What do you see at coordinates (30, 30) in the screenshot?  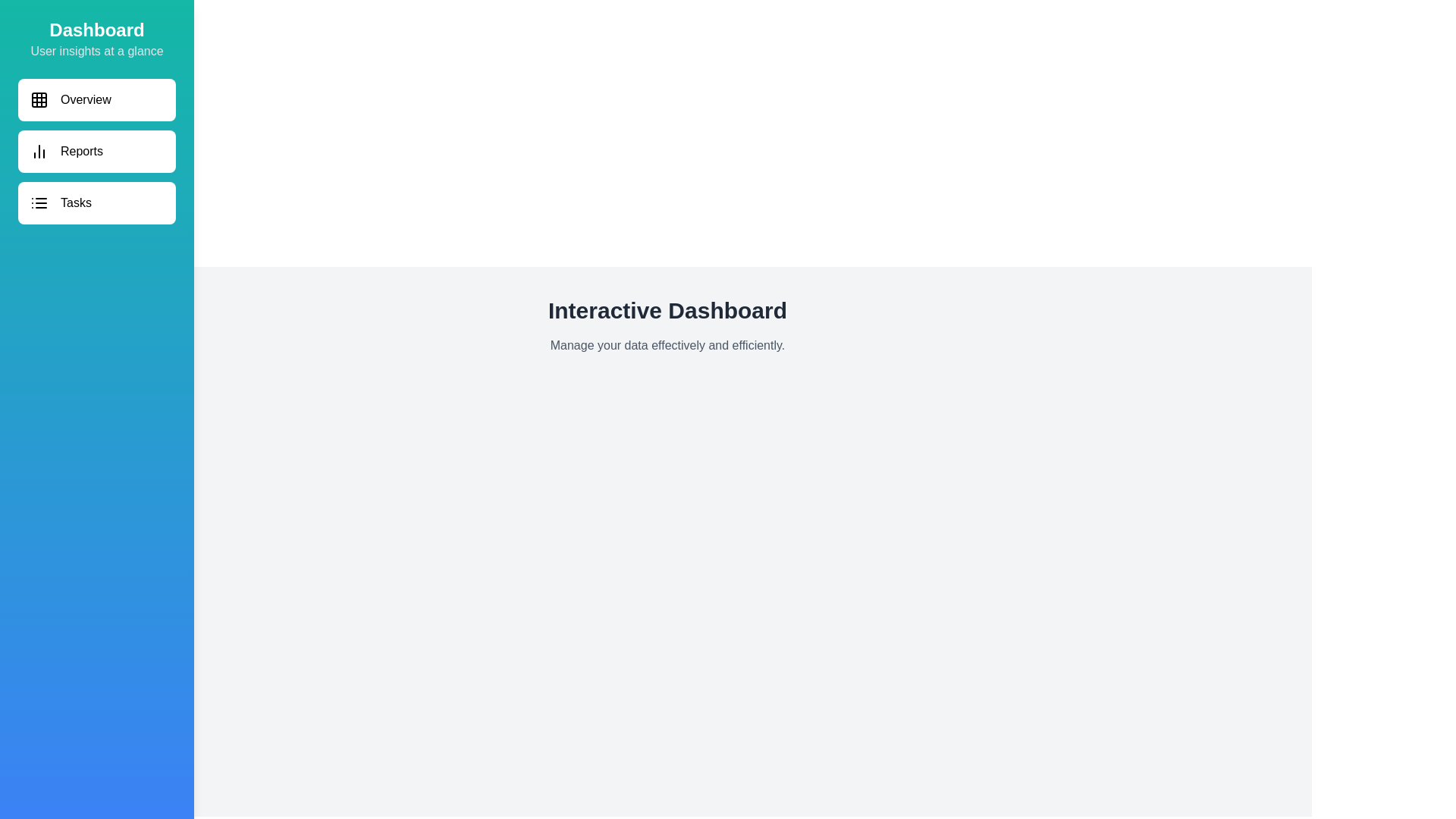 I see `the toggle button located at the top-left corner to toggle the drawer visibility` at bounding box center [30, 30].